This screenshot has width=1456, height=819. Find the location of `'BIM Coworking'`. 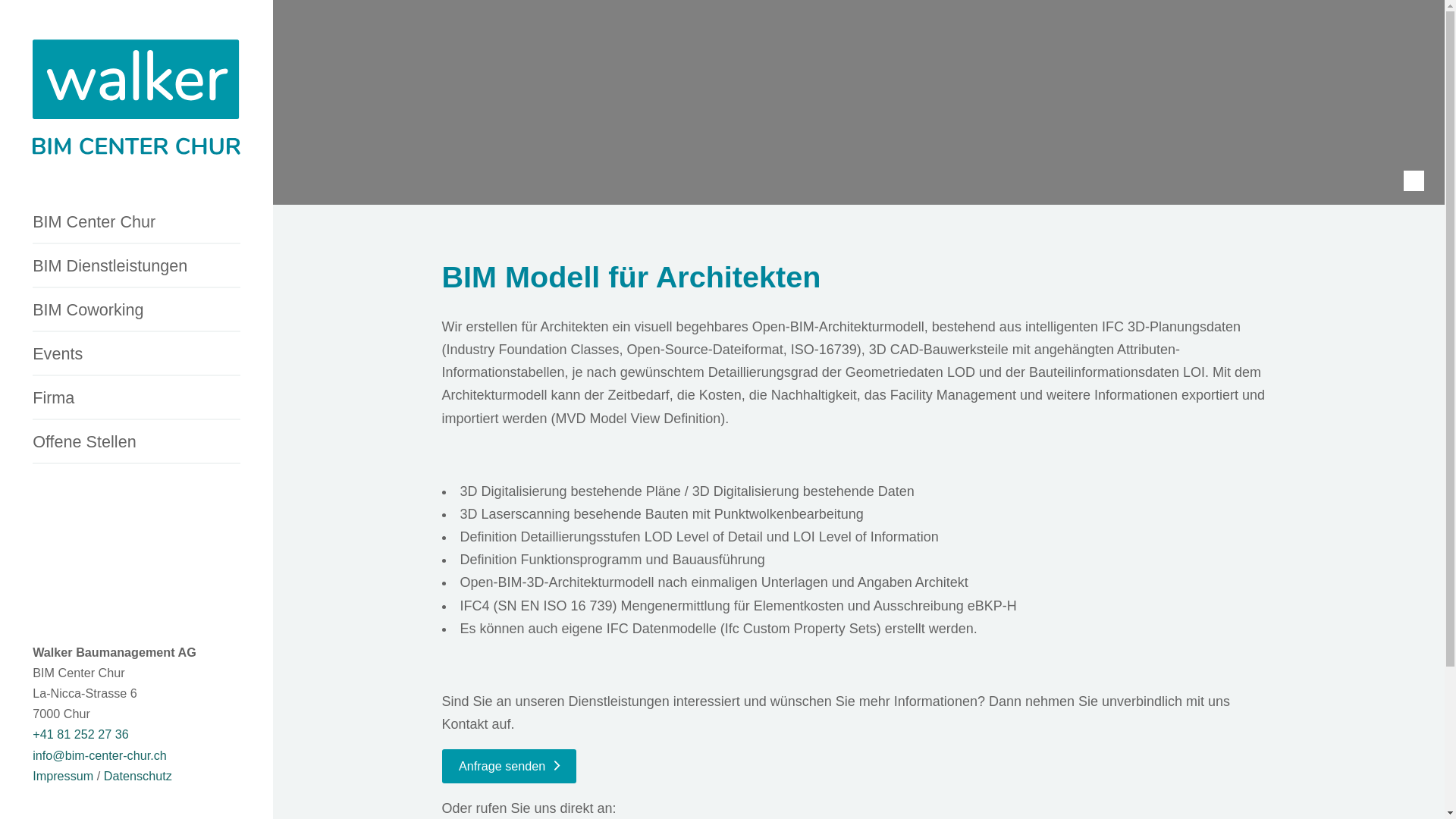

'BIM Coworking' is located at coordinates (136, 309).